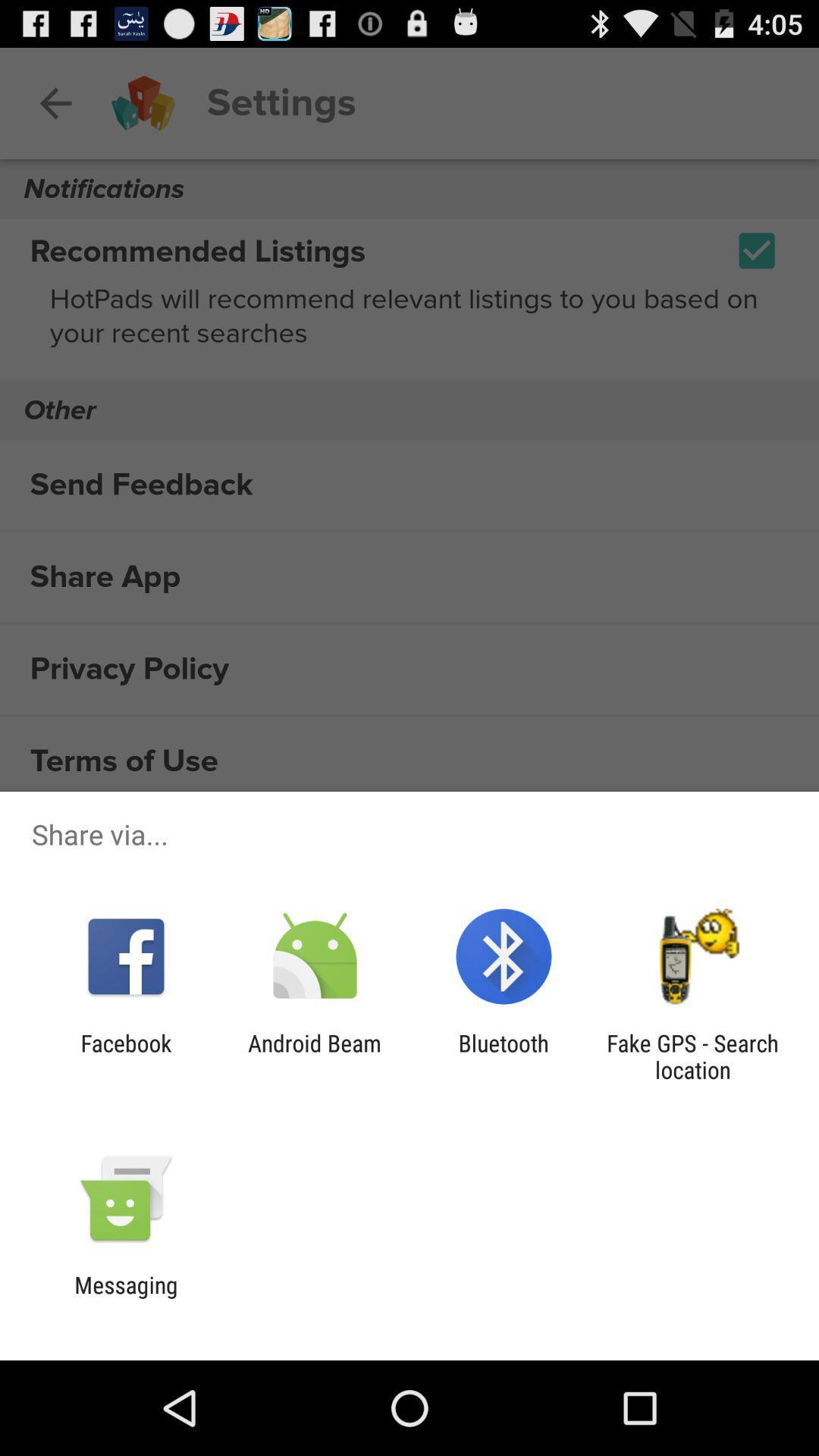 This screenshot has width=819, height=1456. What do you see at coordinates (125, 1056) in the screenshot?
I see `the item next to the android beam icon` at bounding box center [125, 1056].